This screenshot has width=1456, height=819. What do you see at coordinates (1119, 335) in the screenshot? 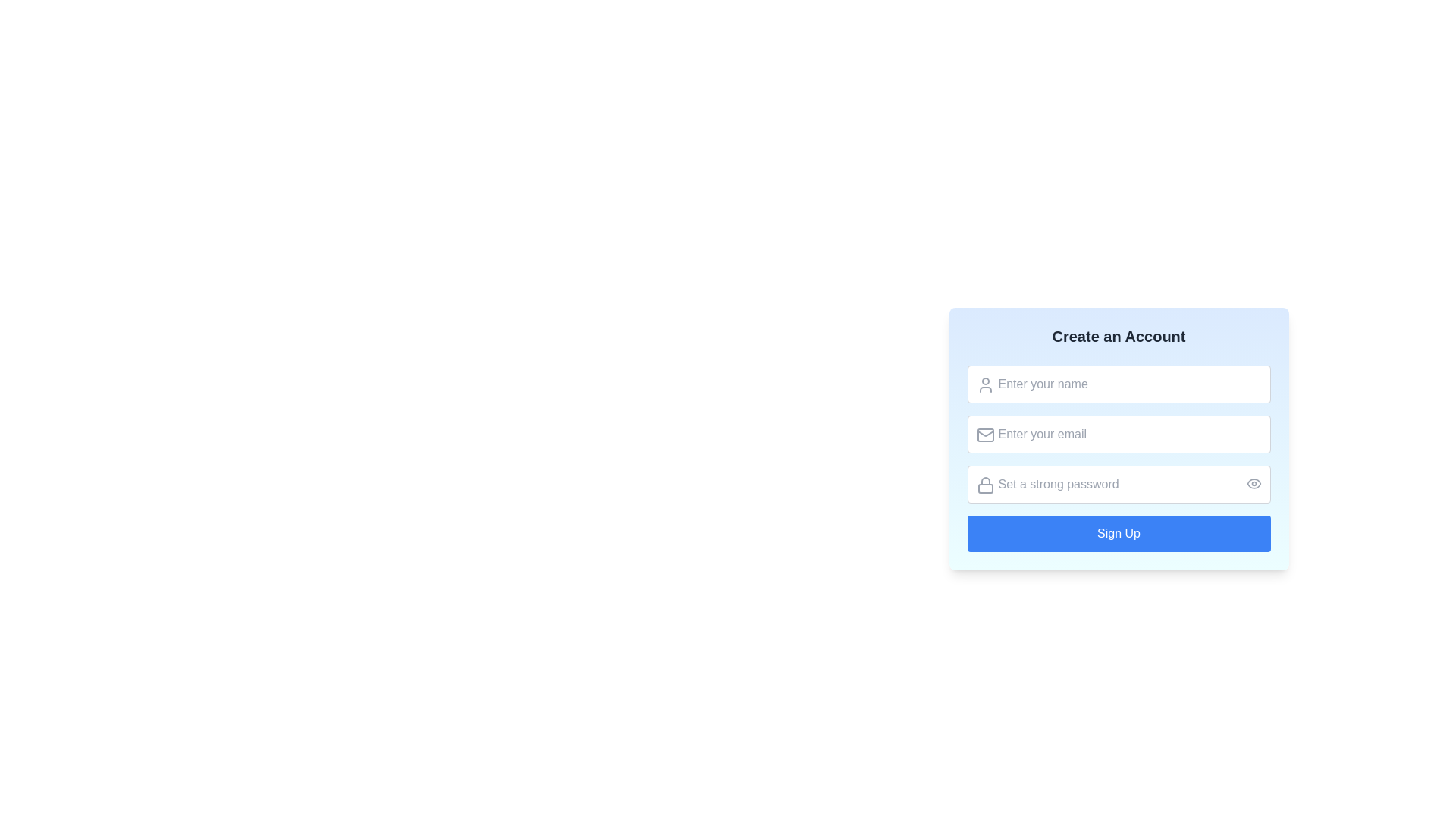
I see `the prominently styled textual header that says 'Create an Account', which is located at the top of the form card` at bounding box center [1119, 335].